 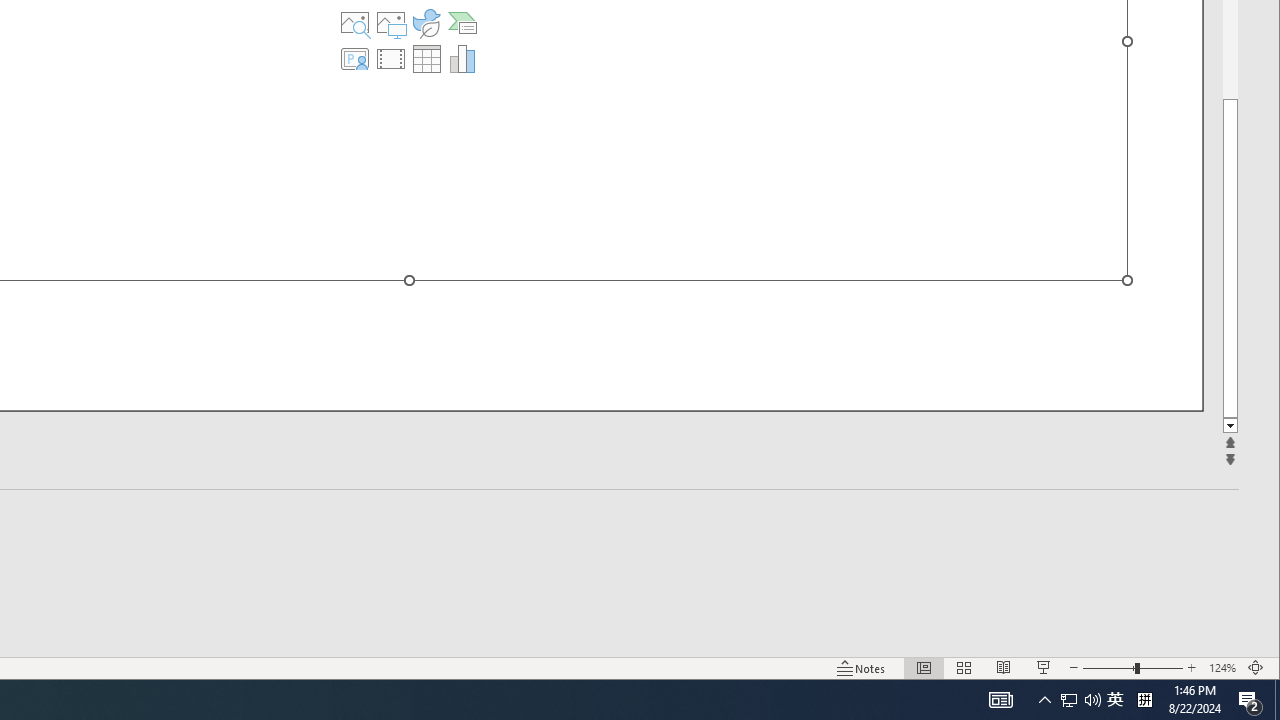 I want to click on 'User Promoted Notification Area', so click(x=1079, y=698).